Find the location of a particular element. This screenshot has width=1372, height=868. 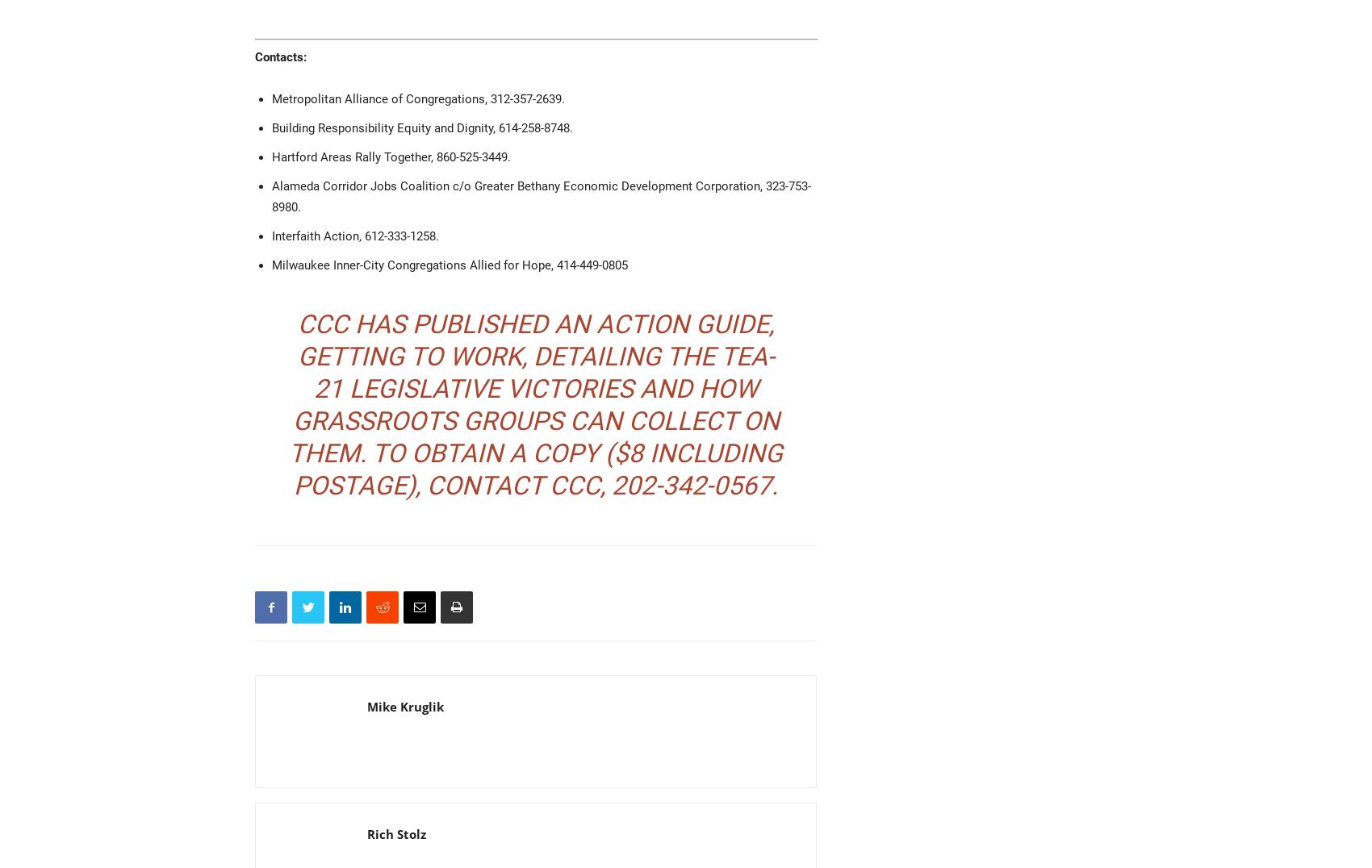

'Metropolitan Alliance of Congregations, 312-357-2639.' is located at coordinates (418, 98).